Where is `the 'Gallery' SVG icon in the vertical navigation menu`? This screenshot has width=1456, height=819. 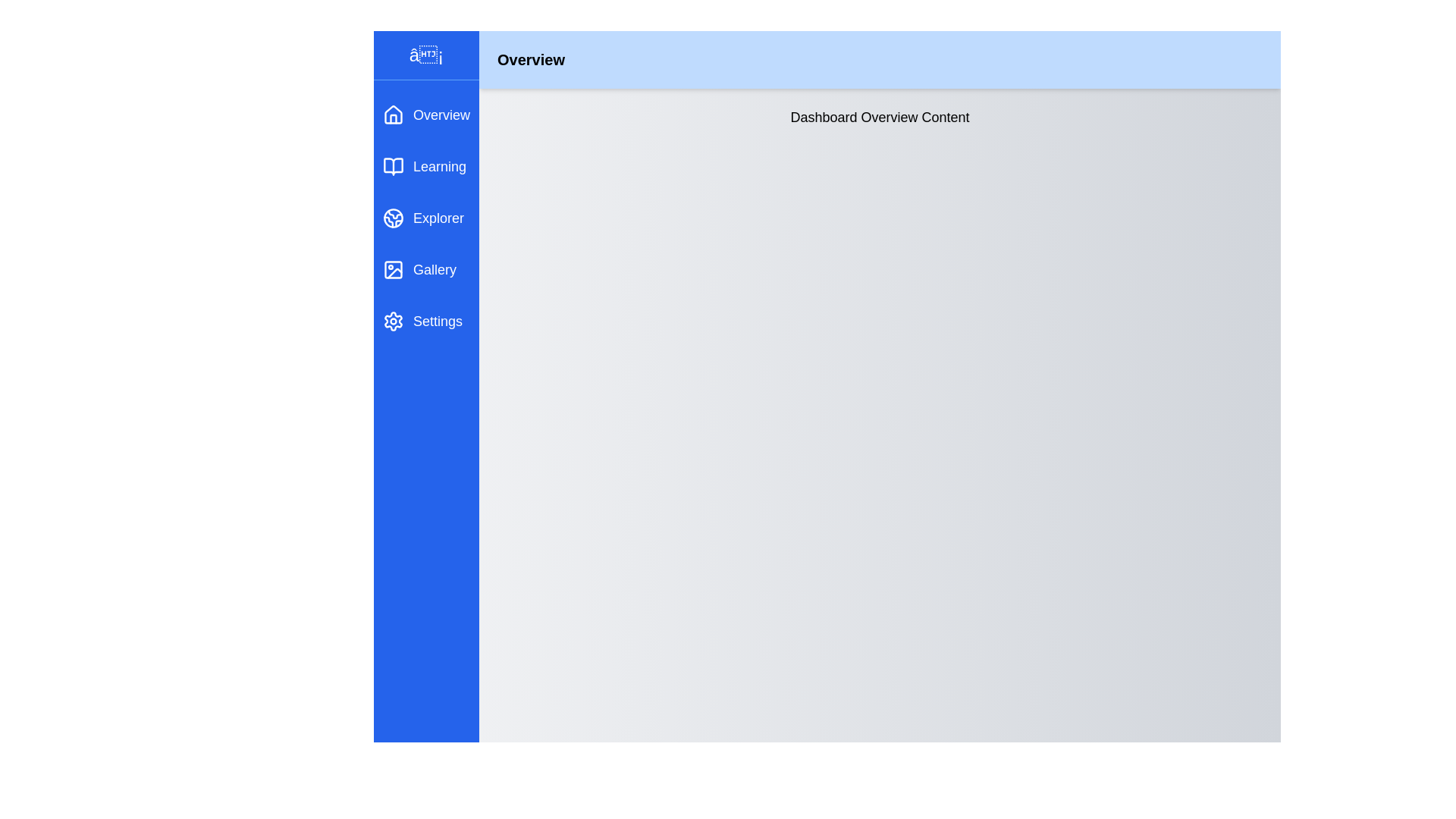 the 'Gallery' SVG icon in the vertical navigation menu is located at coordinates (393, 268).